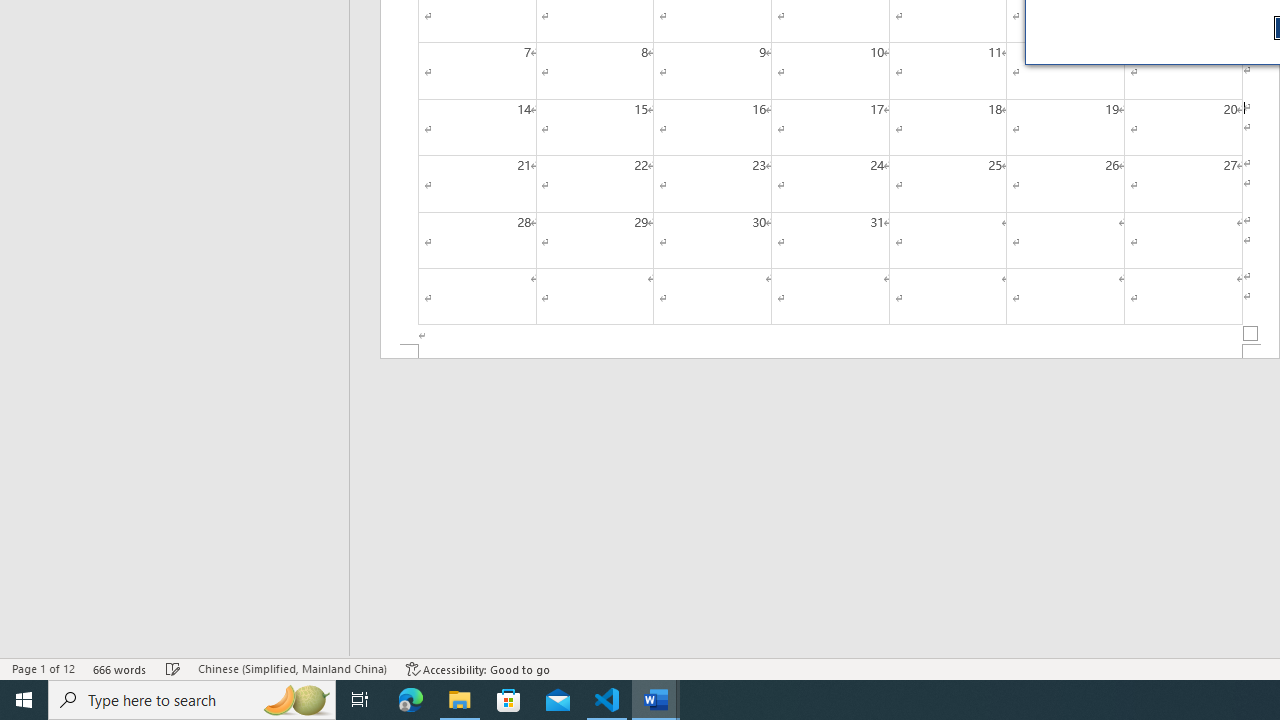 The image size is (1280, 720). I want to click on 'Footer -Section 1-', so click(830, 350).